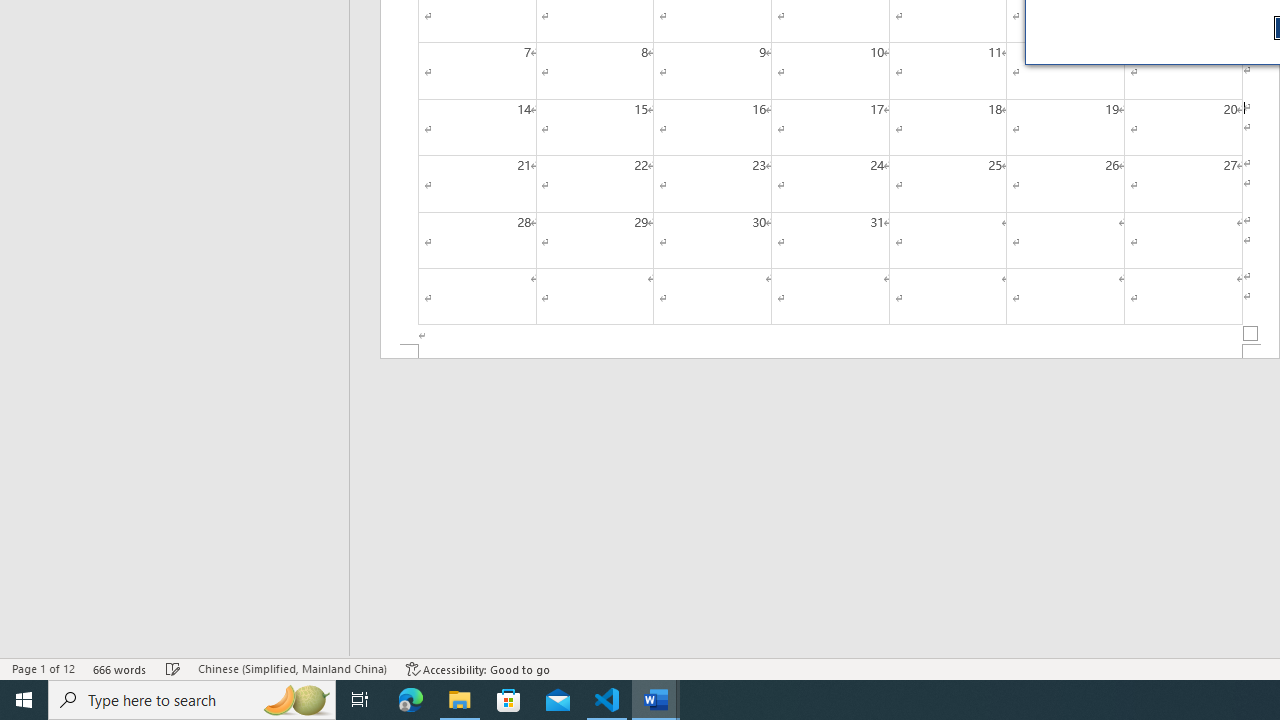 The image size is (1280, 720). I want to click on 'Footer -Section 1-', so click(830, 350).